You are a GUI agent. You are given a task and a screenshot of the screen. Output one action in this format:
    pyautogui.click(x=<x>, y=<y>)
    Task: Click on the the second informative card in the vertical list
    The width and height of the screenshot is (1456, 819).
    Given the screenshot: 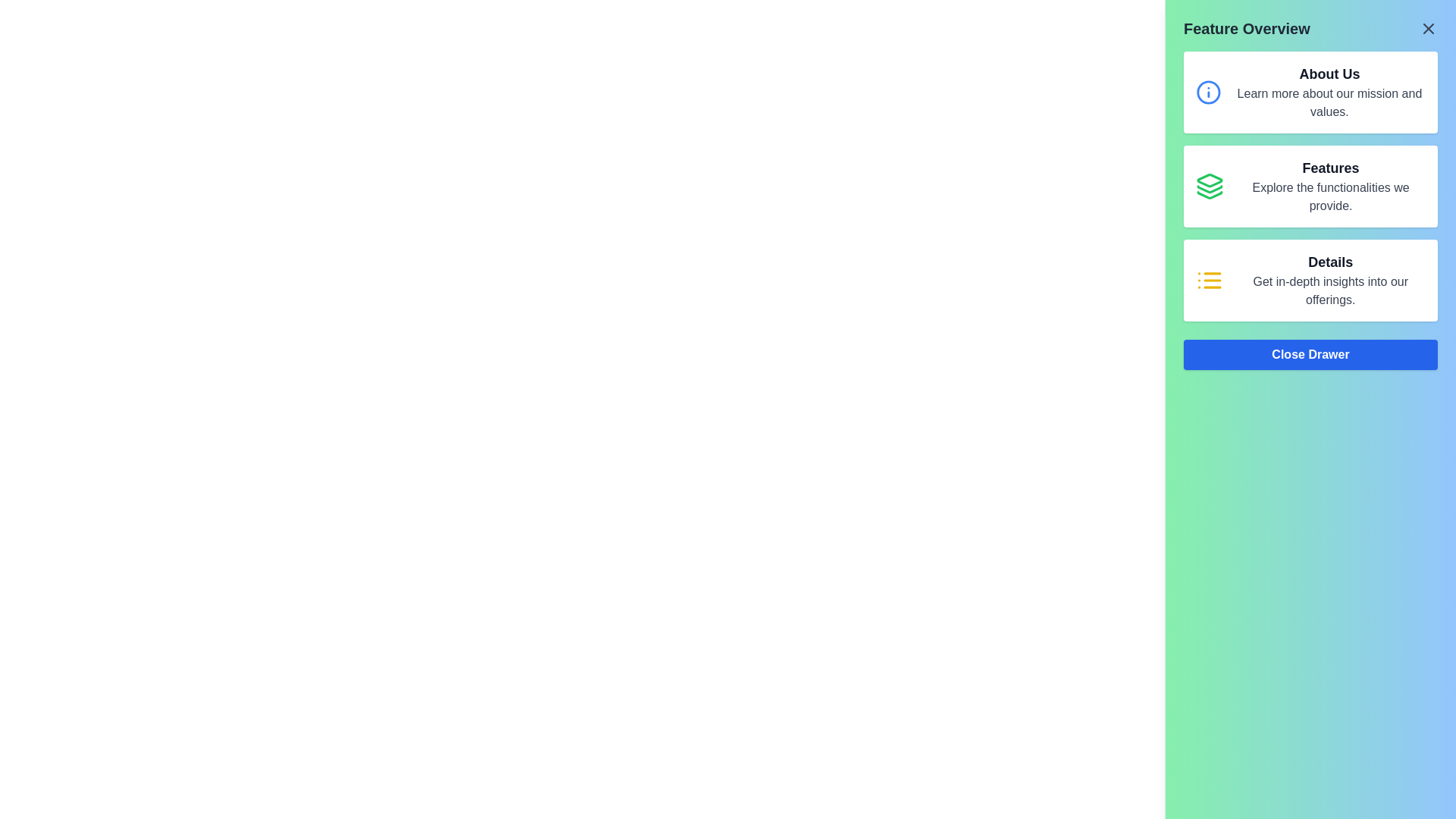 What is the action you would take?
    pyautogui.click(x=1310, y=186)
    